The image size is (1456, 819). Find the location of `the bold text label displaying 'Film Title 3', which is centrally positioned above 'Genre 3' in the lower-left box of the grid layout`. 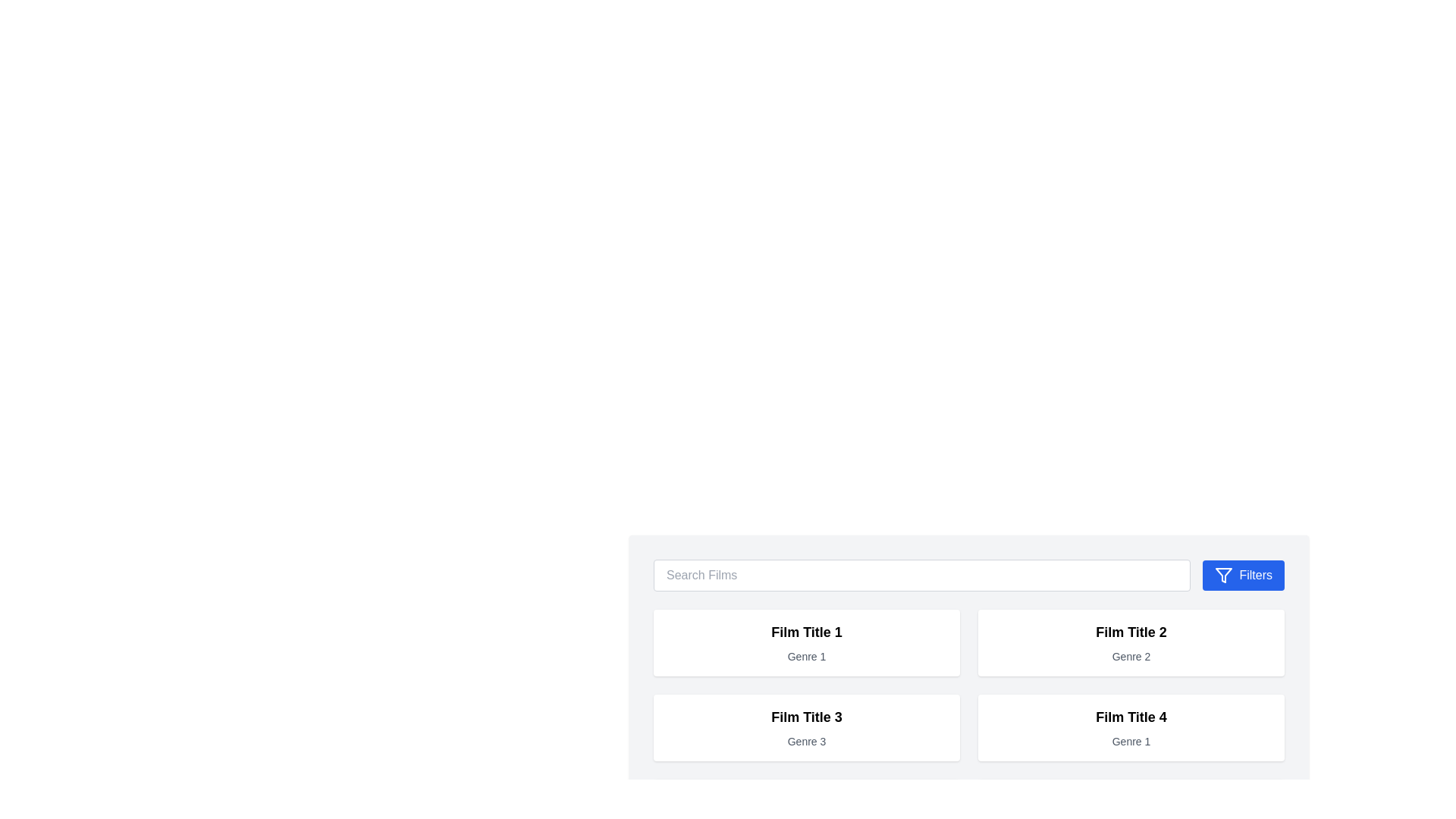

the bold text label displaying 'Film Title 3', which is centrally positioned above 'Genre 3' in the lower-left box of the grid layout is located at coordinates (806, 717).